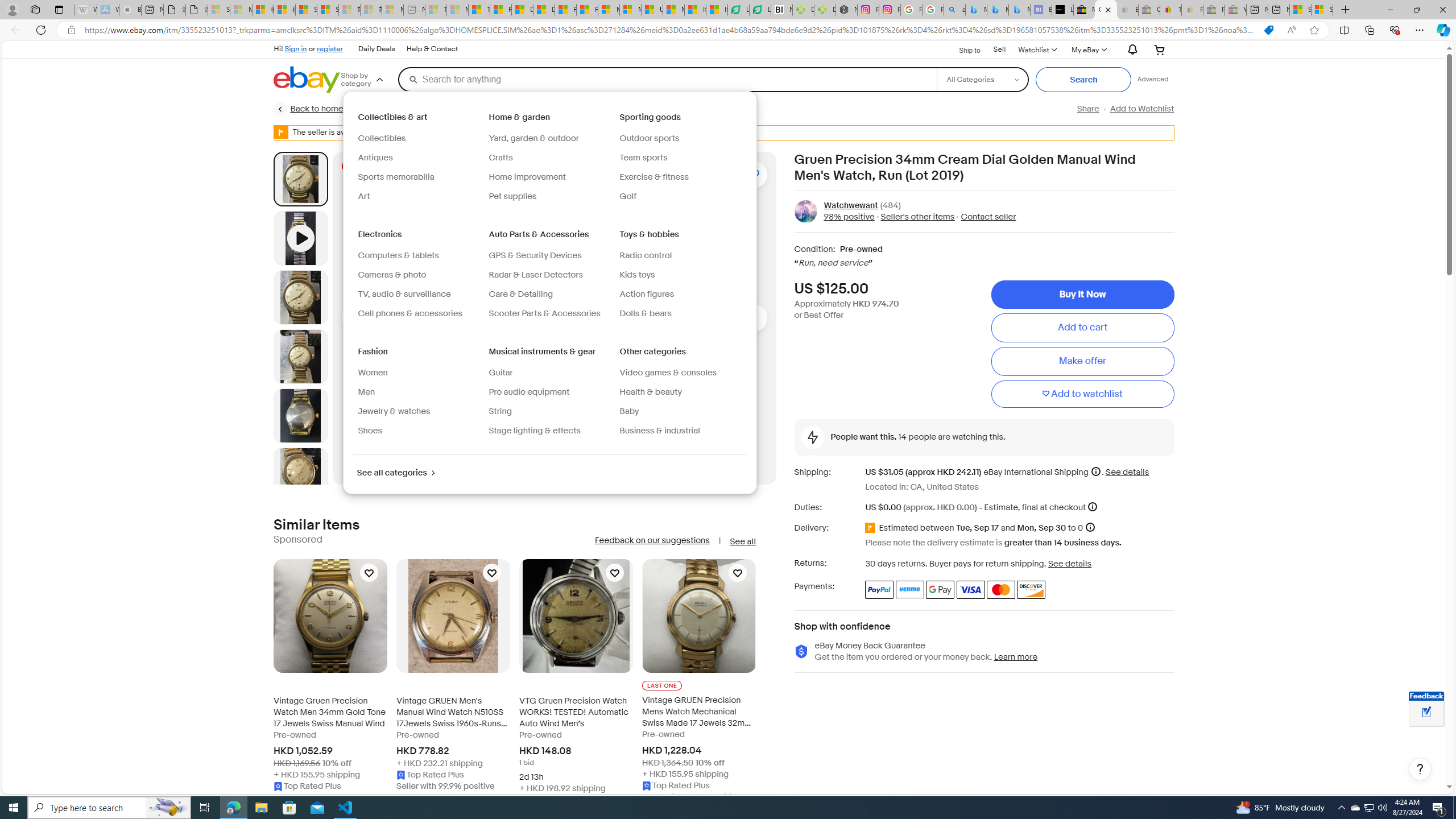 This screenshot has width=1456, height=819. I want to click on 'Payments Terms of Use | eBay.com - Sleeping', so click(1192, 9).